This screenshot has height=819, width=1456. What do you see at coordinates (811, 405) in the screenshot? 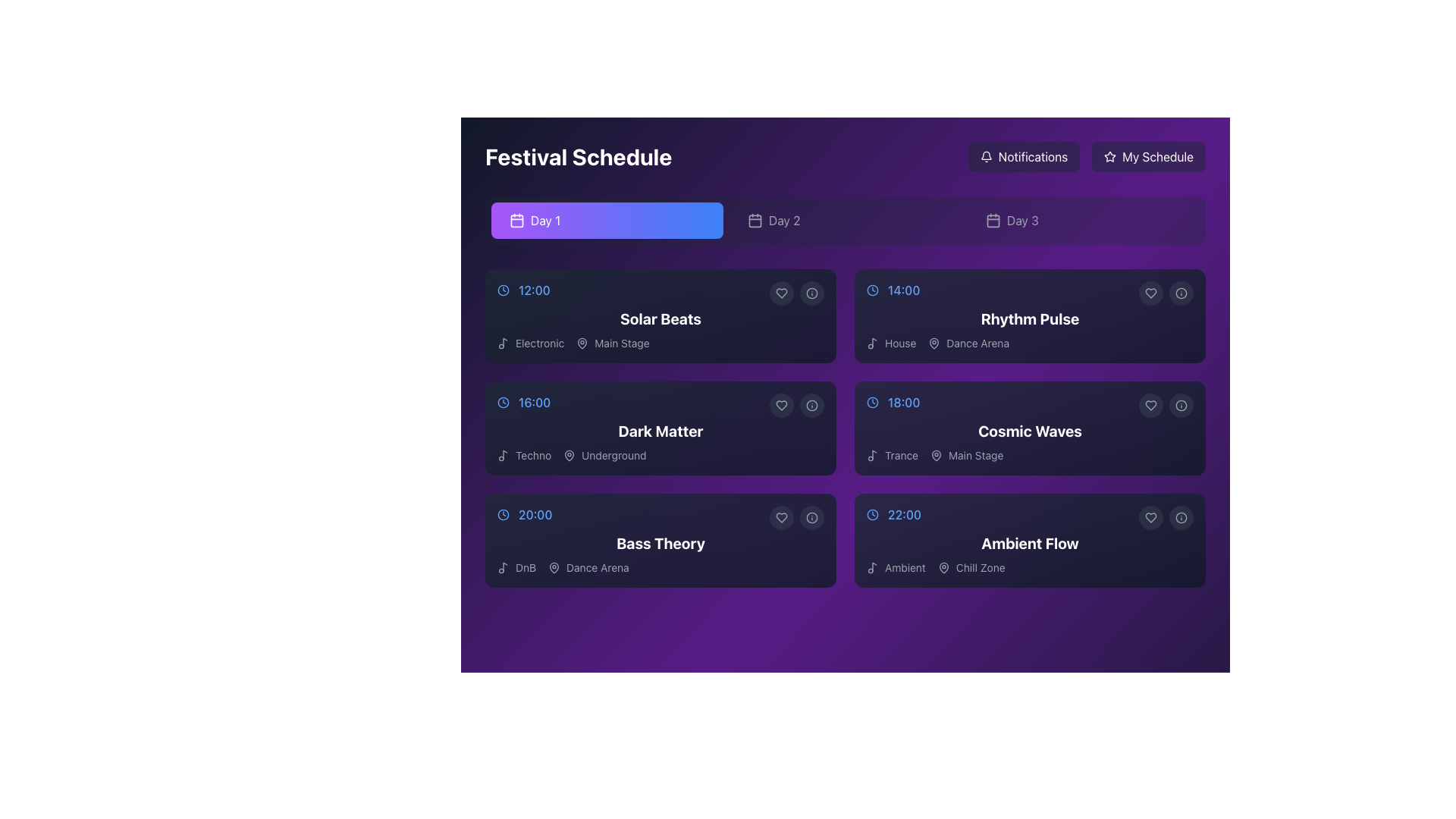
I see `the information button, the second icon in the interactive group at the top-right of the 'Dark Matter' schedule card, for keyboard interaction` at bounding box center [811, 405].